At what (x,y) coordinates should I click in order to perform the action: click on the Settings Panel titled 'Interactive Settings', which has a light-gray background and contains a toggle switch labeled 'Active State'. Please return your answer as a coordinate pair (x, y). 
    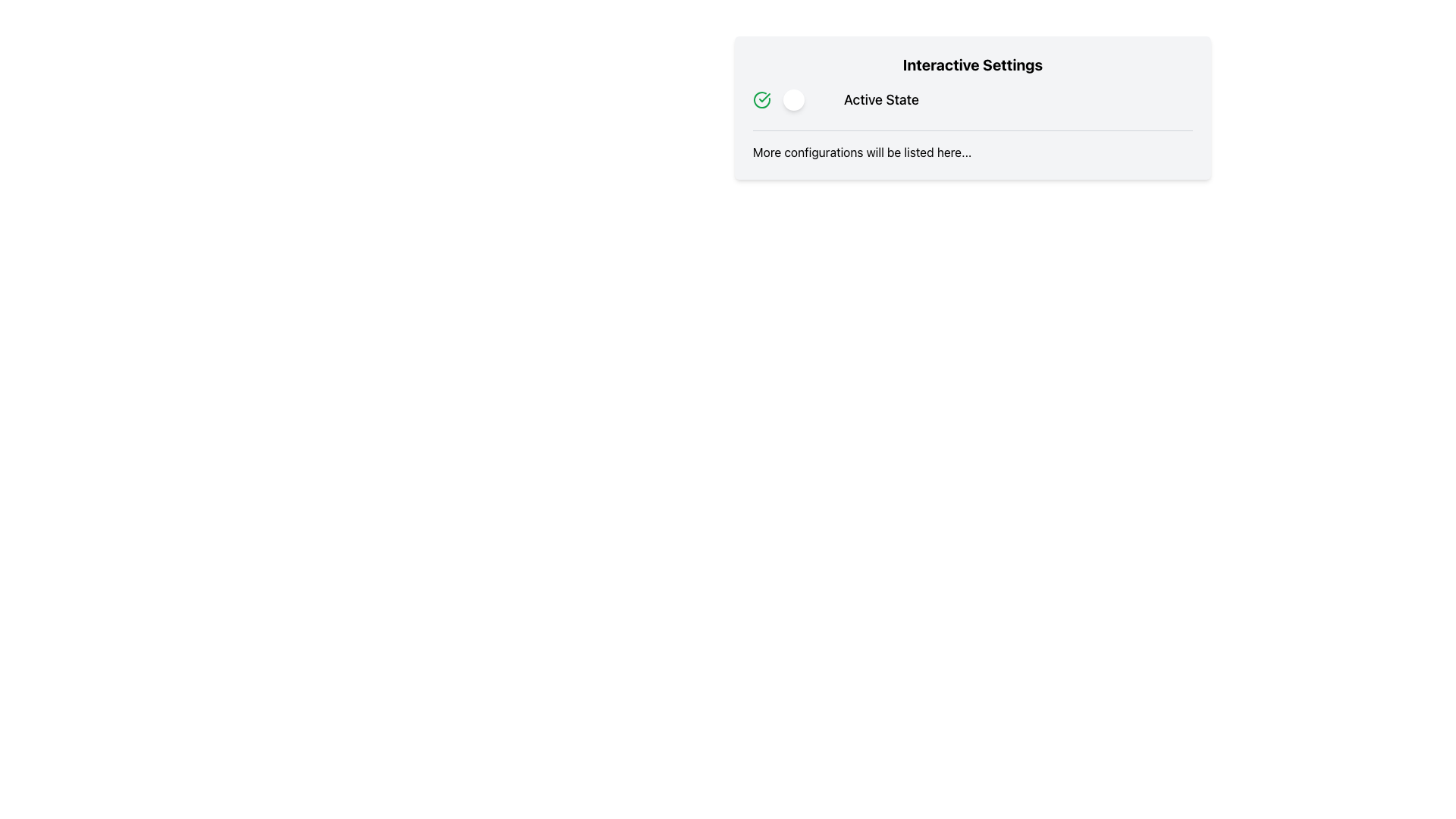
    Looking at the image, I should click on (972, 107).